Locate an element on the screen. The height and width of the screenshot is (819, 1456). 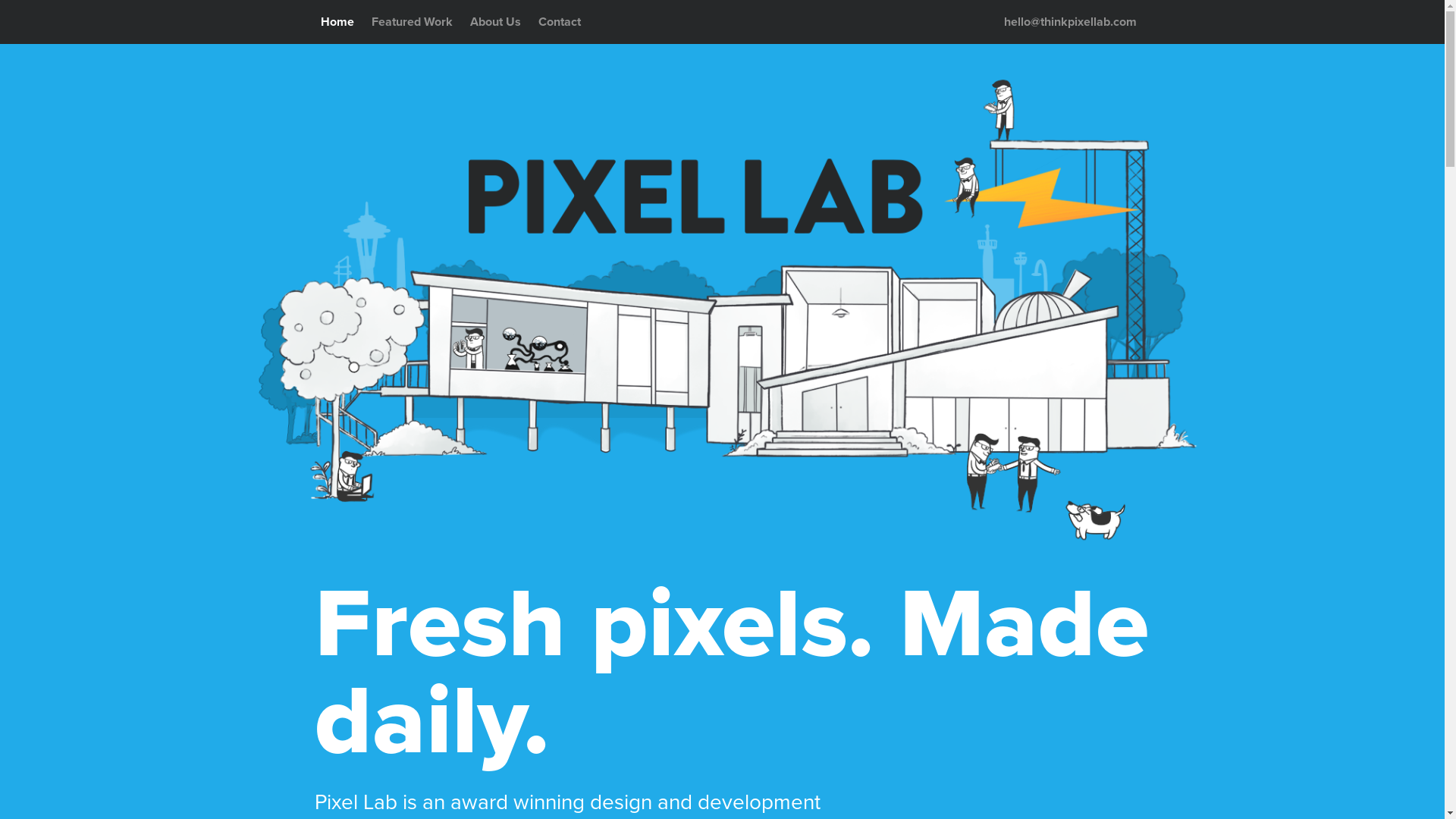
'Contact' is located at coordinates (559, 22).